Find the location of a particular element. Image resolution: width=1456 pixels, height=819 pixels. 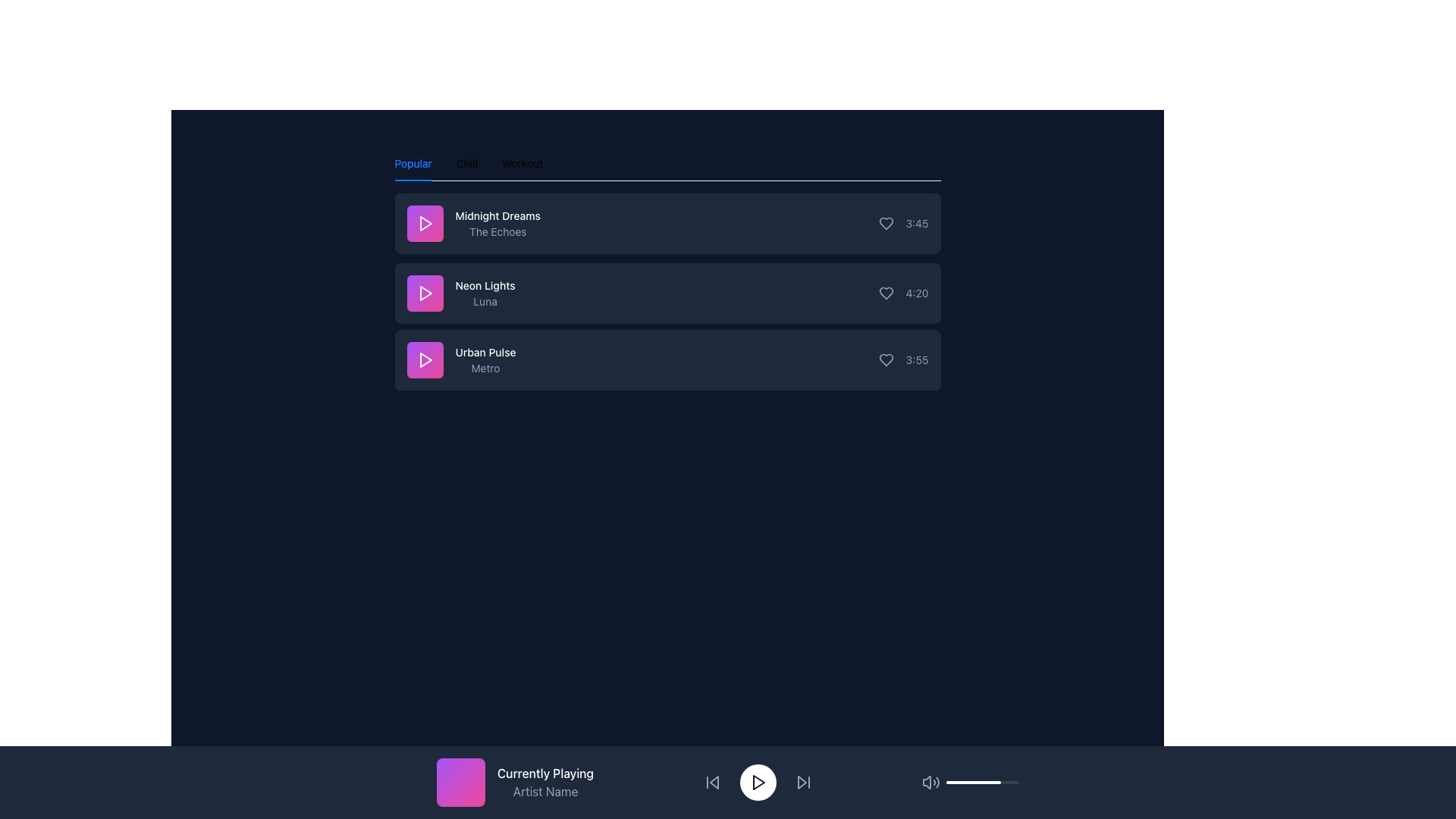

the Text label indicating the name of a song or item, which is the primary title text above 'Luna' in the second item of the vertical list under the 'Popular' tab is located at coordinates (485, 286).